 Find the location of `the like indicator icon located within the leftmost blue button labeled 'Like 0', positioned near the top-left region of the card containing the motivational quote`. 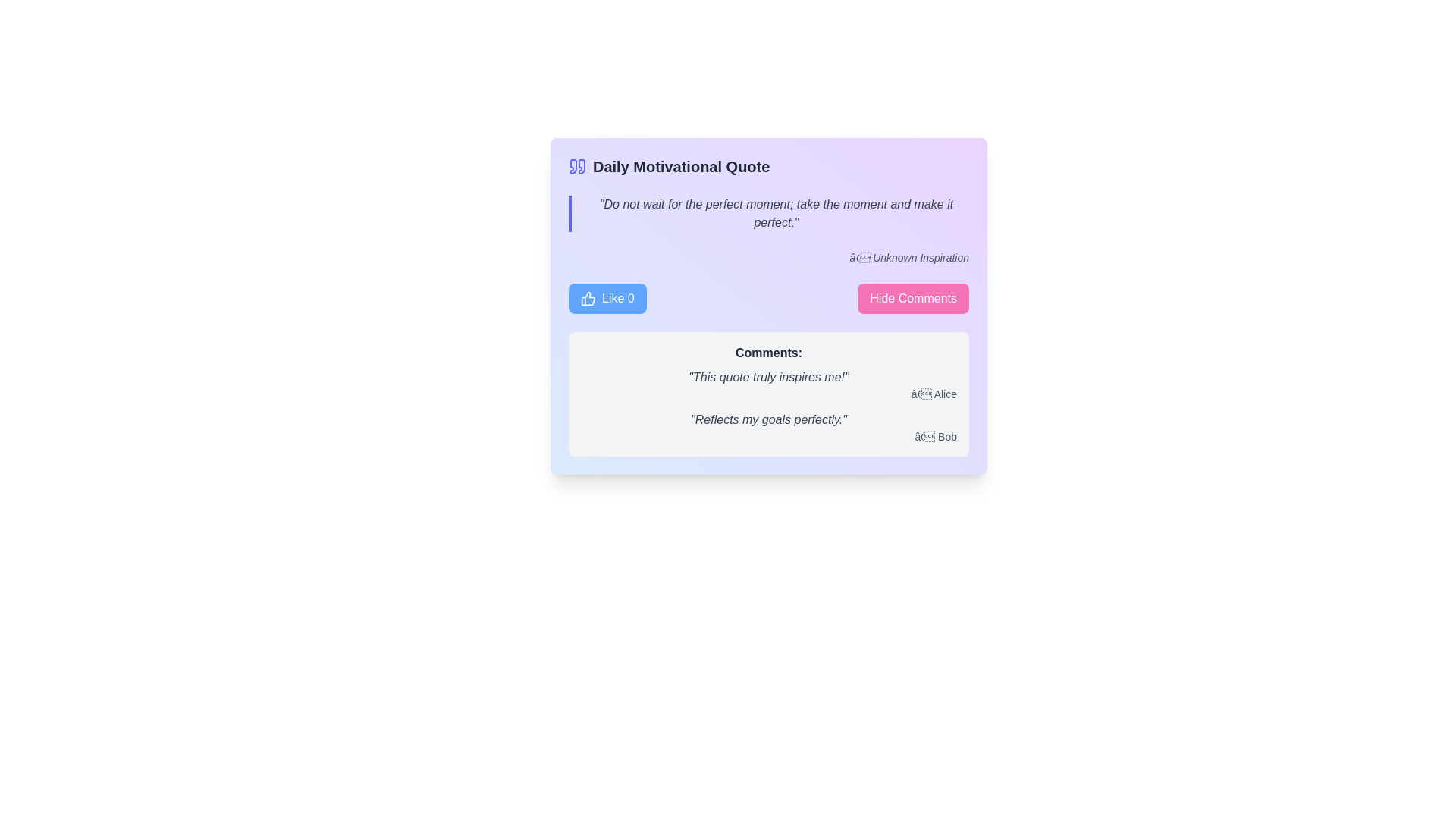

the like indicator icon located within the leftmost blue button labeled 'Like 0', positioned near the top-left region of the card containing the motivational quote is located at coordinates (588, 298).